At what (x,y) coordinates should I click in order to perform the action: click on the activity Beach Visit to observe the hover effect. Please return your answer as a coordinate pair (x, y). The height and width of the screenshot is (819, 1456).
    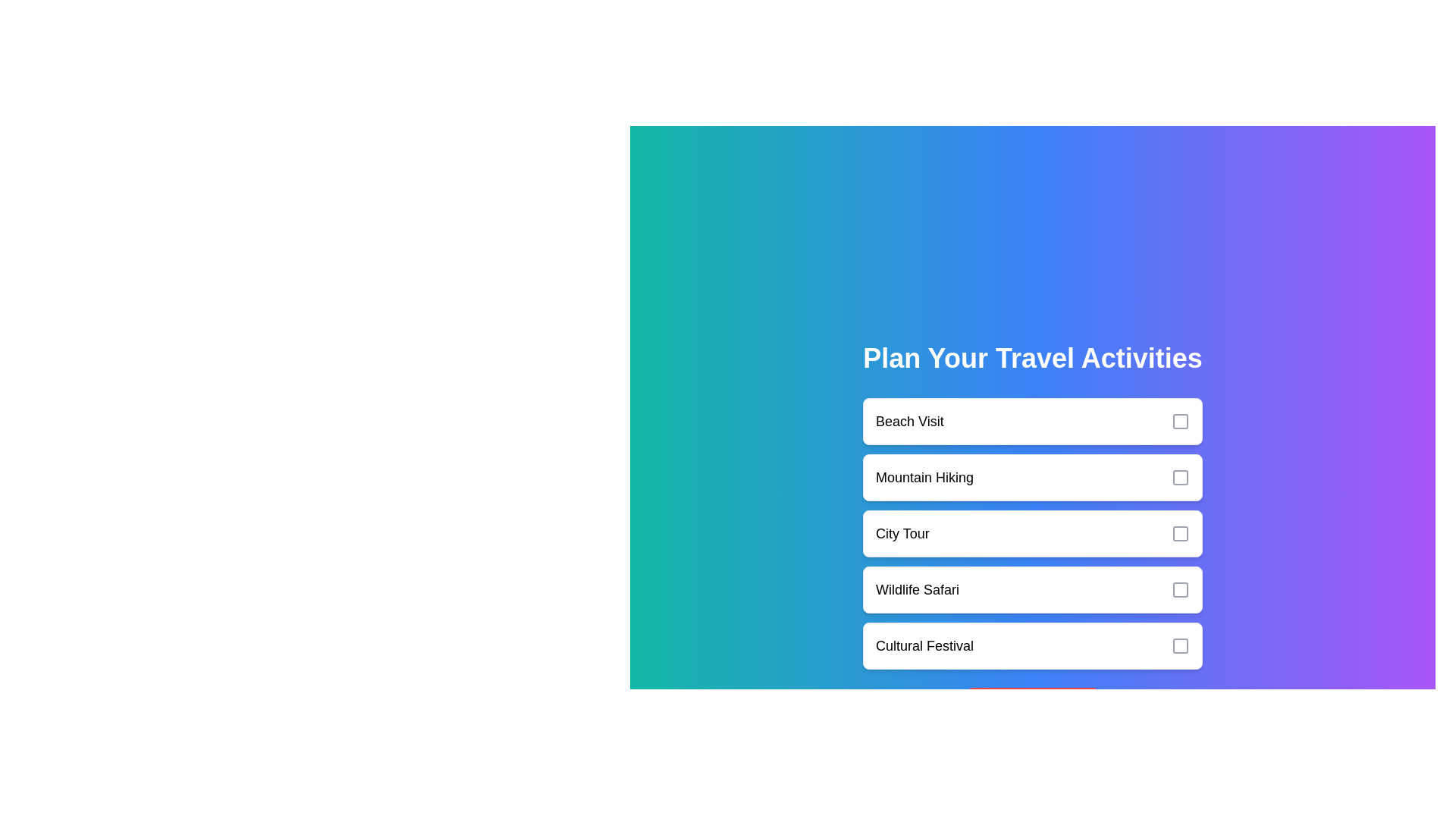
    Looking at the image, I should click on (1032, 421).